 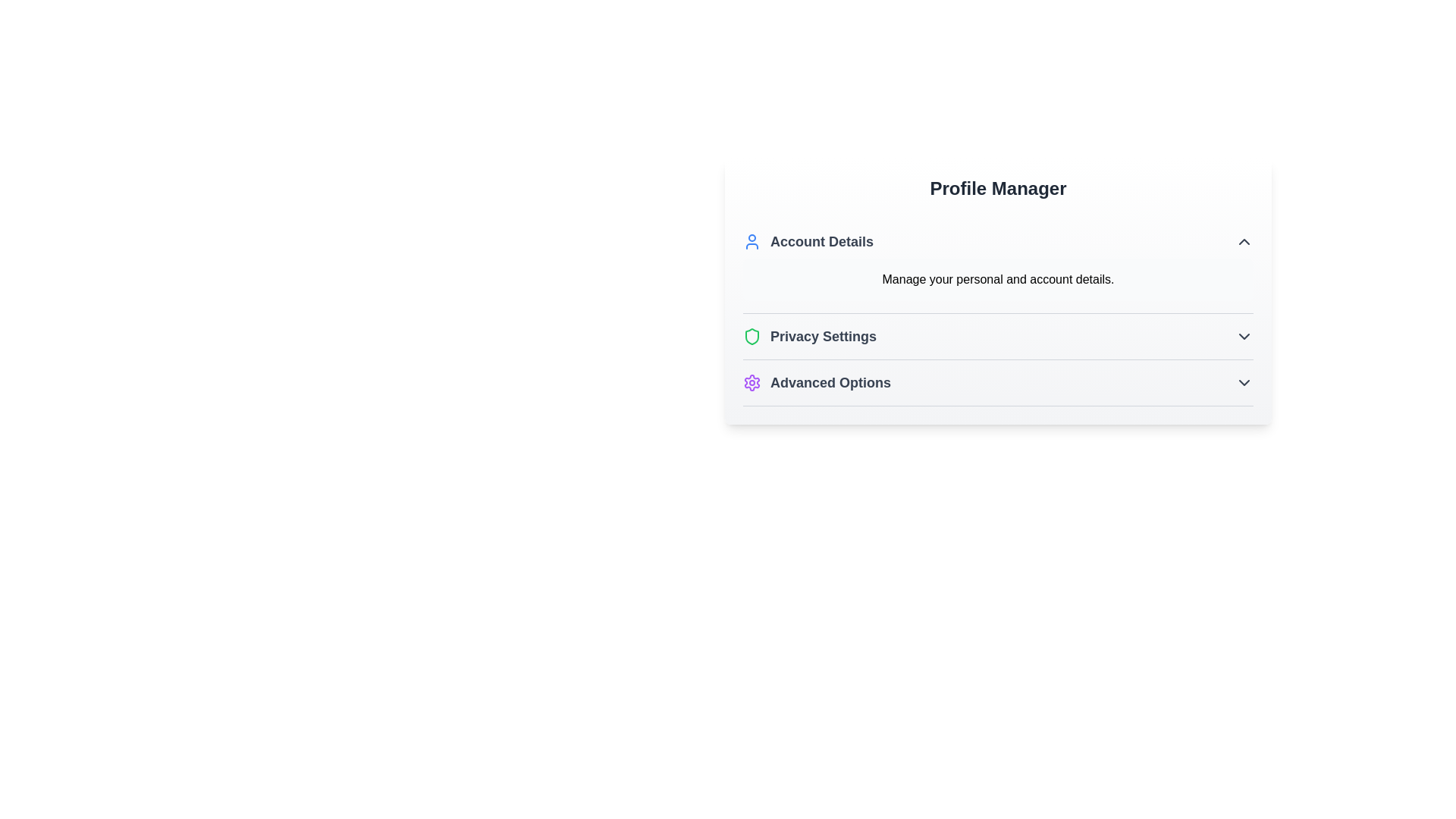 What do you see at coordinates (752, 382) in the screenshot?
I see `the settings icon located to the left of the 'Advanced Options' text in the Profile Manager interface` at bounding box center [752, 382].